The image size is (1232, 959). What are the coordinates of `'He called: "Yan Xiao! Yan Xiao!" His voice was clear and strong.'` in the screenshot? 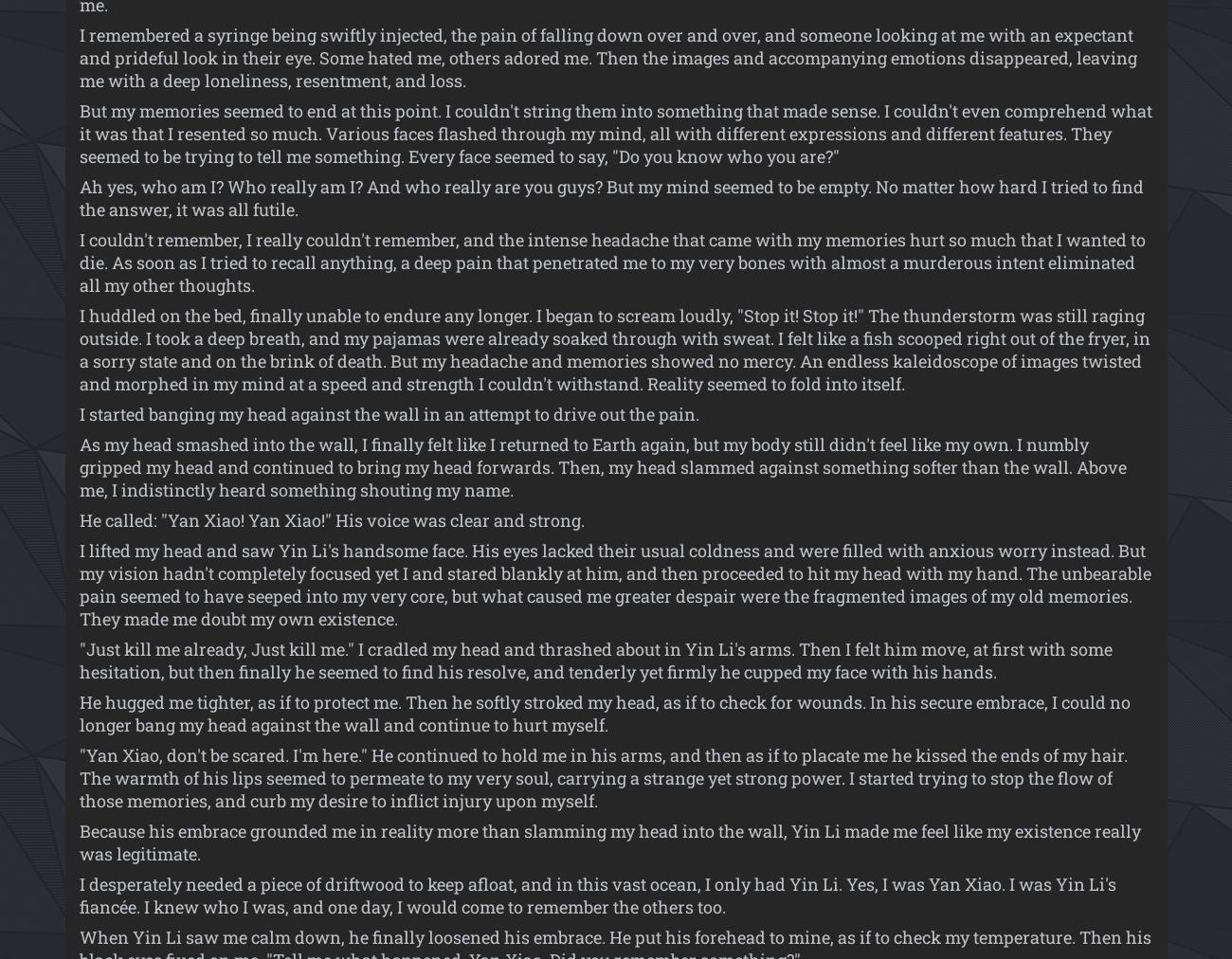 It's located at (330, 519).